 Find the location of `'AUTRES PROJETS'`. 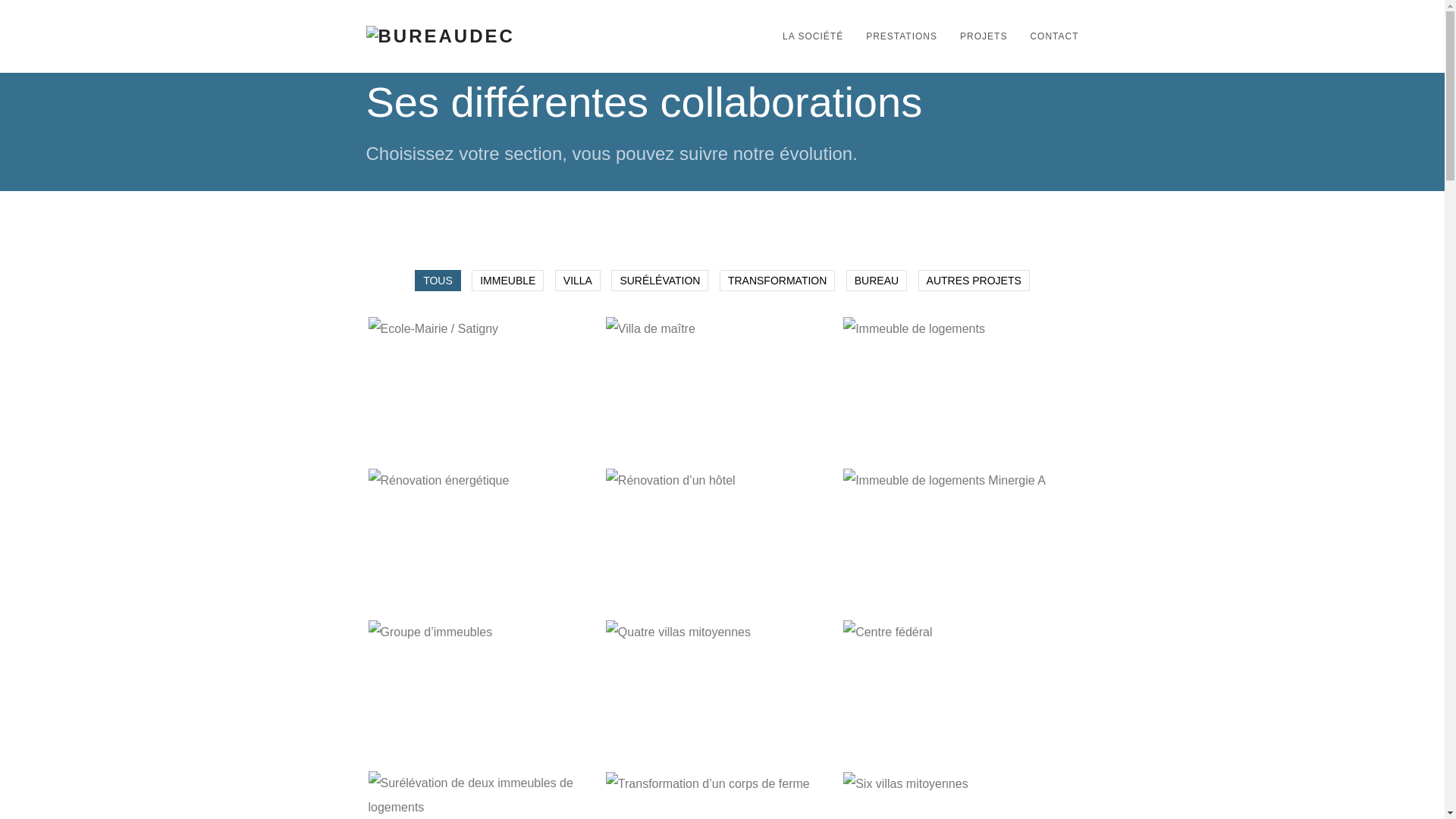

'AUTRES PROJETS' is located at coordinates (974, 281).